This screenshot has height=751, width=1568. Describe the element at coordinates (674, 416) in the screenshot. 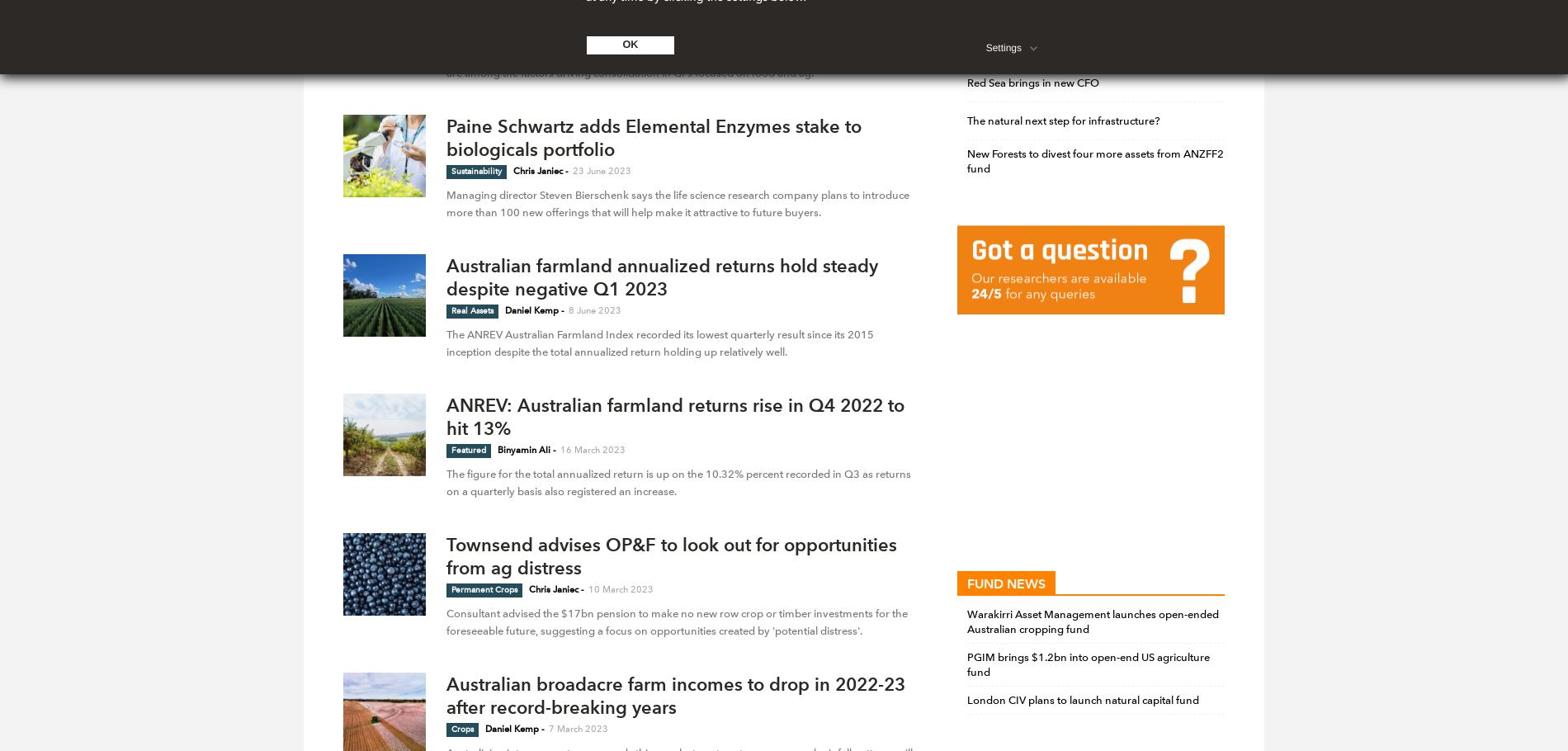

I see `'ANREV: Australian farmland returns rise in Q4 2022 to hit 13%'` at that location.